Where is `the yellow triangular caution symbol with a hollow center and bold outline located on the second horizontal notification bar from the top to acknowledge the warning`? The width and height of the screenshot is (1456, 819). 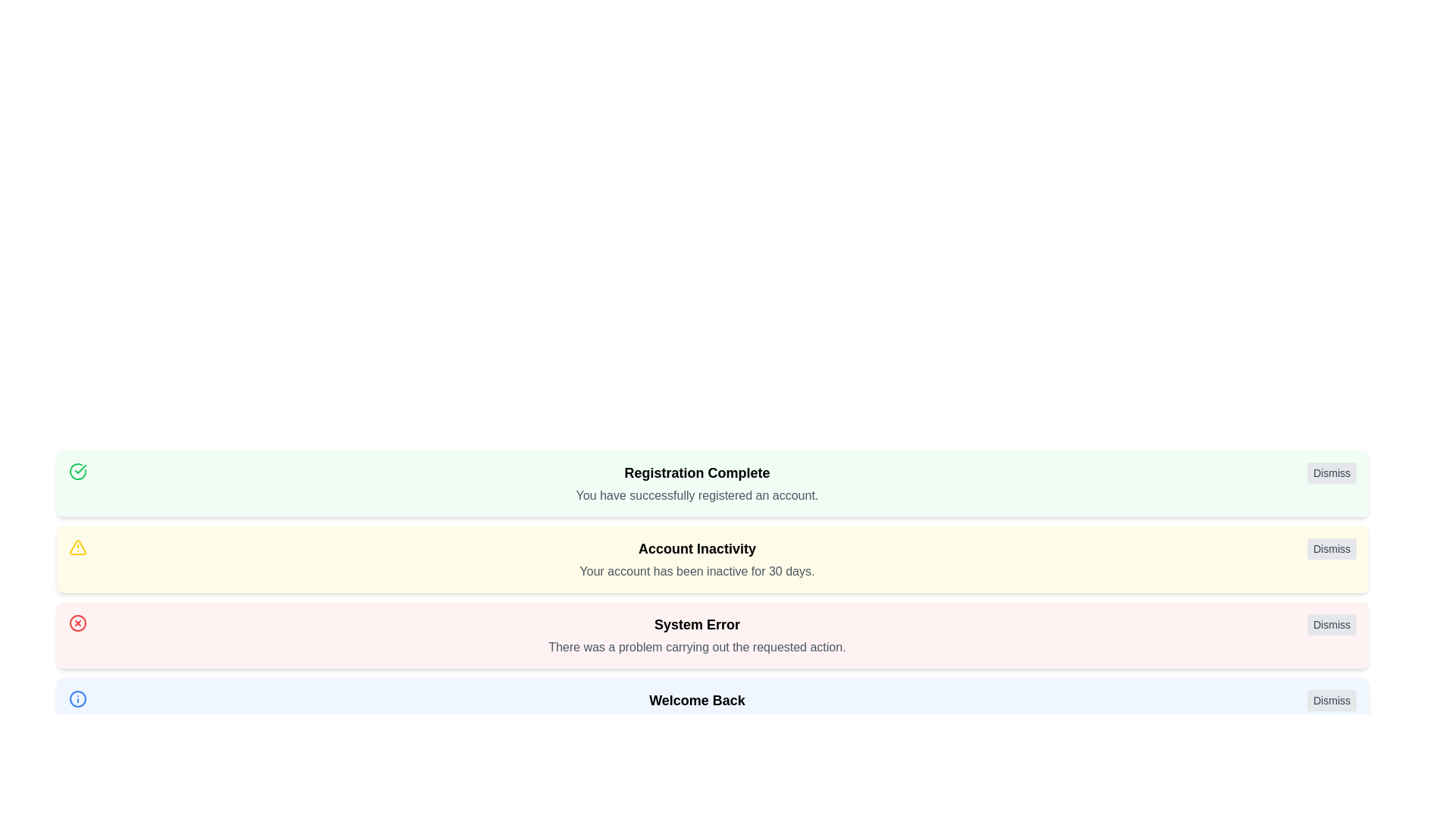 the yellow triangular caution symbol with a hollow center and bold outline located on the second horizontal notification bar from the top to acknowledge the warning is located at coordinates (77, 547).